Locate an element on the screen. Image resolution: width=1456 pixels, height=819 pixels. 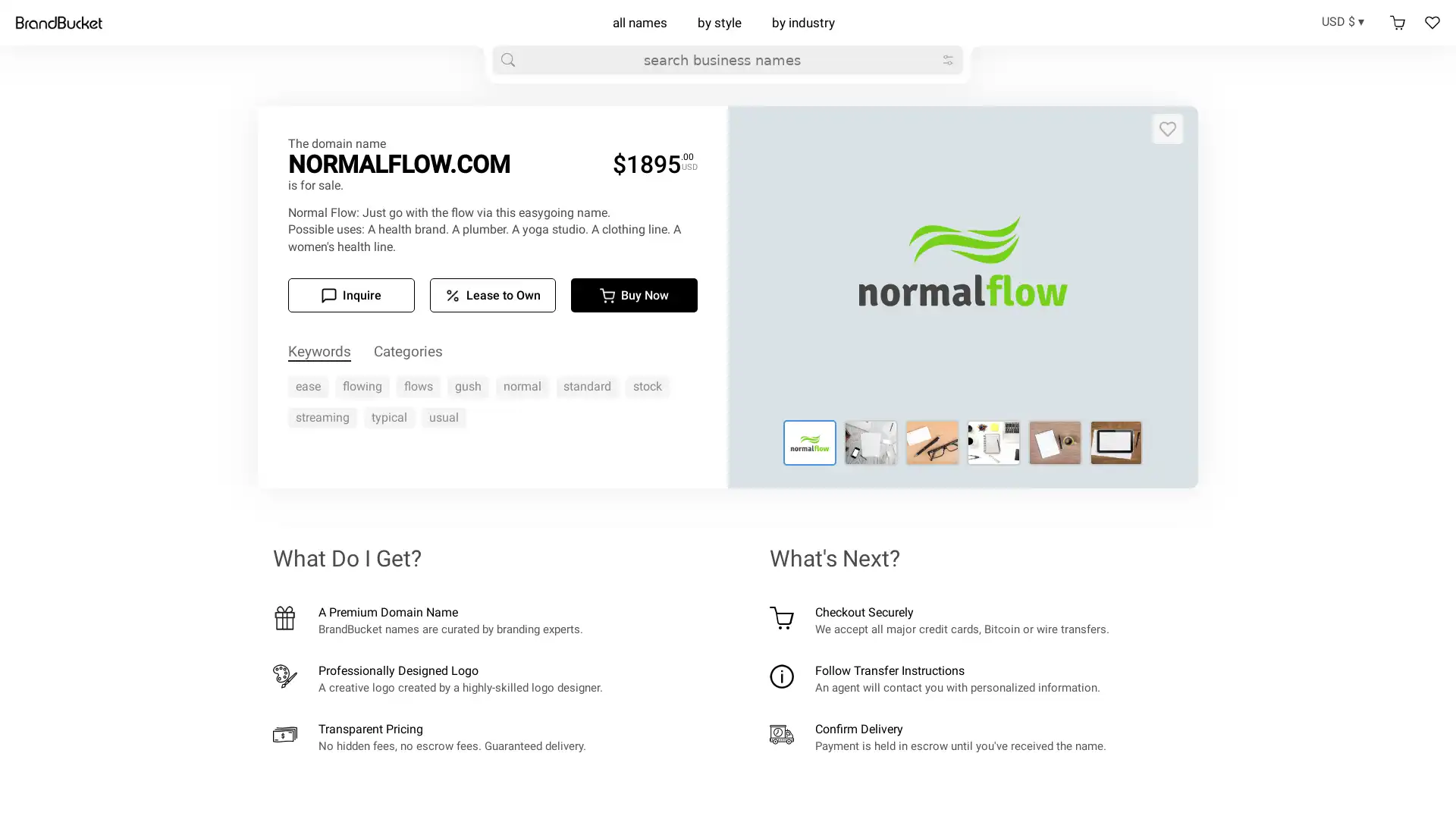
Logo for normalflow.com is located at coordinates (871, 442).